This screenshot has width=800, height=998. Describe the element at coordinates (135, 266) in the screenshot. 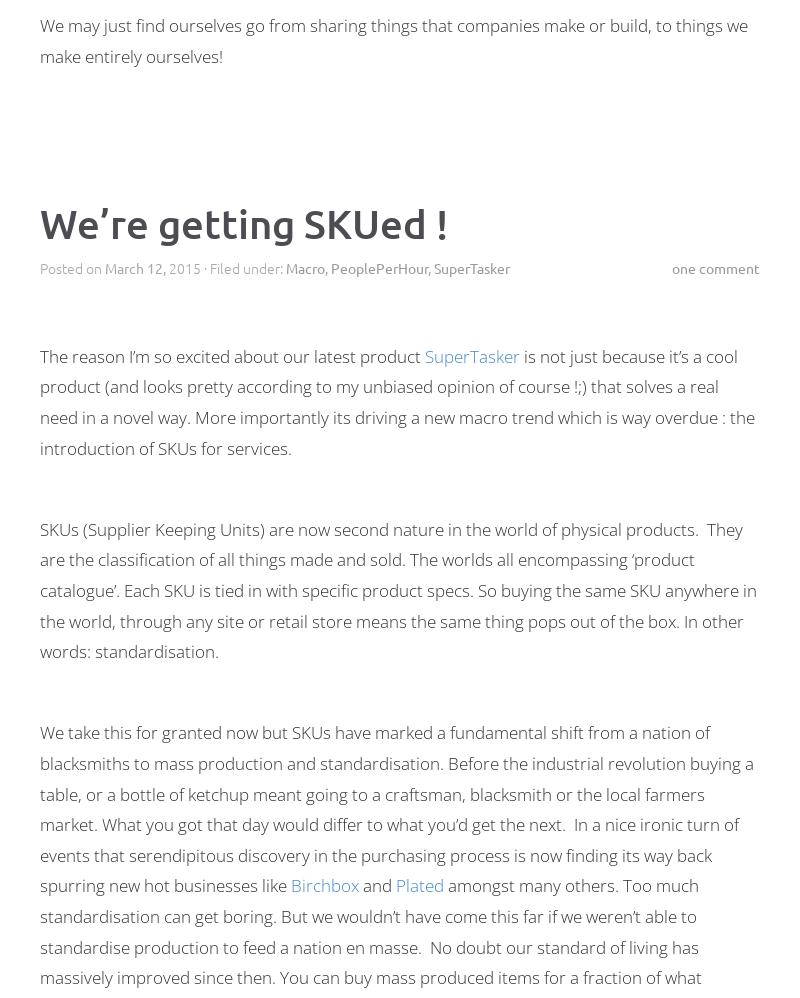

I see `'March 12,'` at that location.